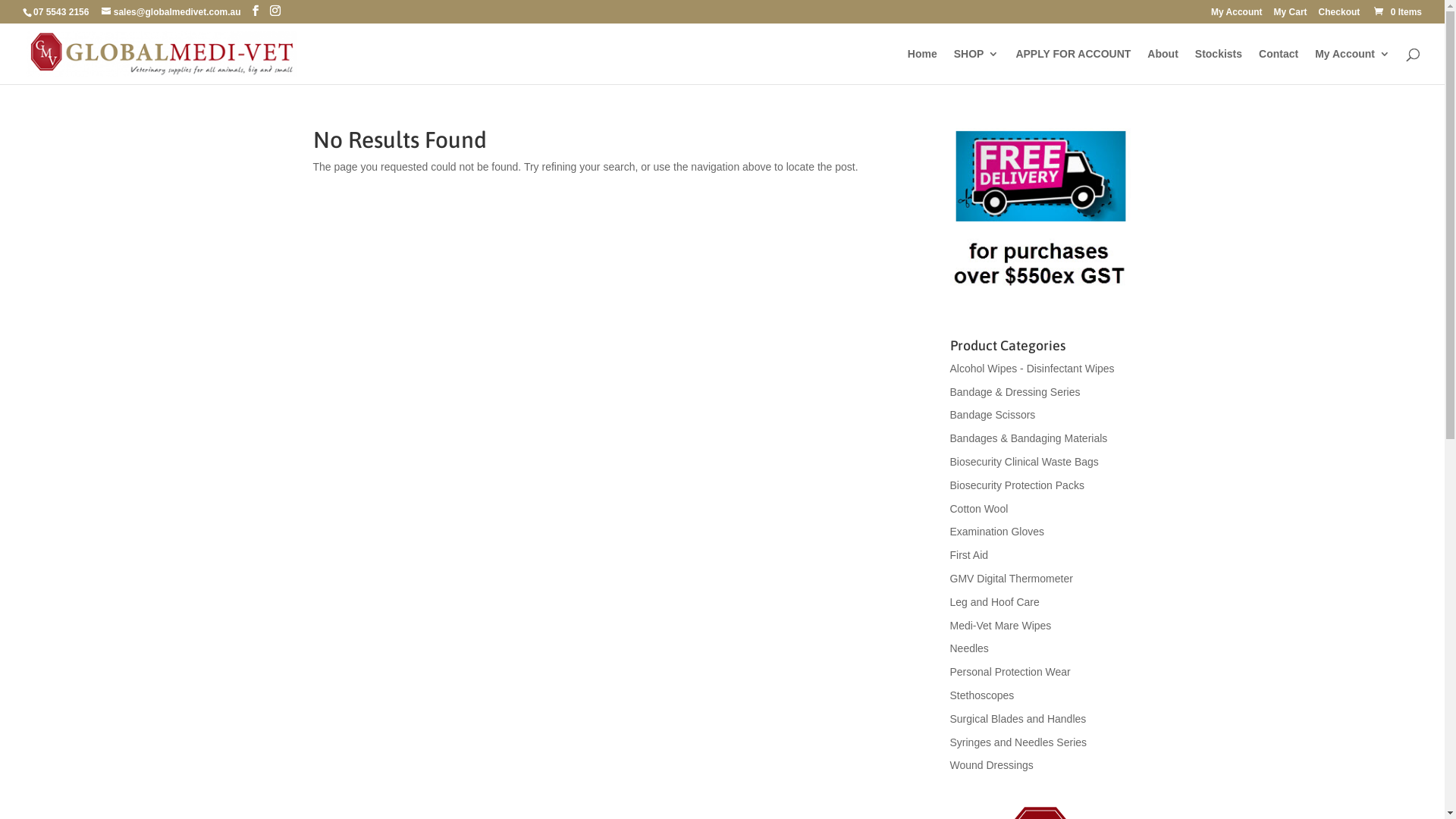 This screenshot has width=1456, height=819. What do you see at coordinates (949, 742) in the screenshot?
I see `'Syringes and Needles Series'` at bounding box center [949, 742].